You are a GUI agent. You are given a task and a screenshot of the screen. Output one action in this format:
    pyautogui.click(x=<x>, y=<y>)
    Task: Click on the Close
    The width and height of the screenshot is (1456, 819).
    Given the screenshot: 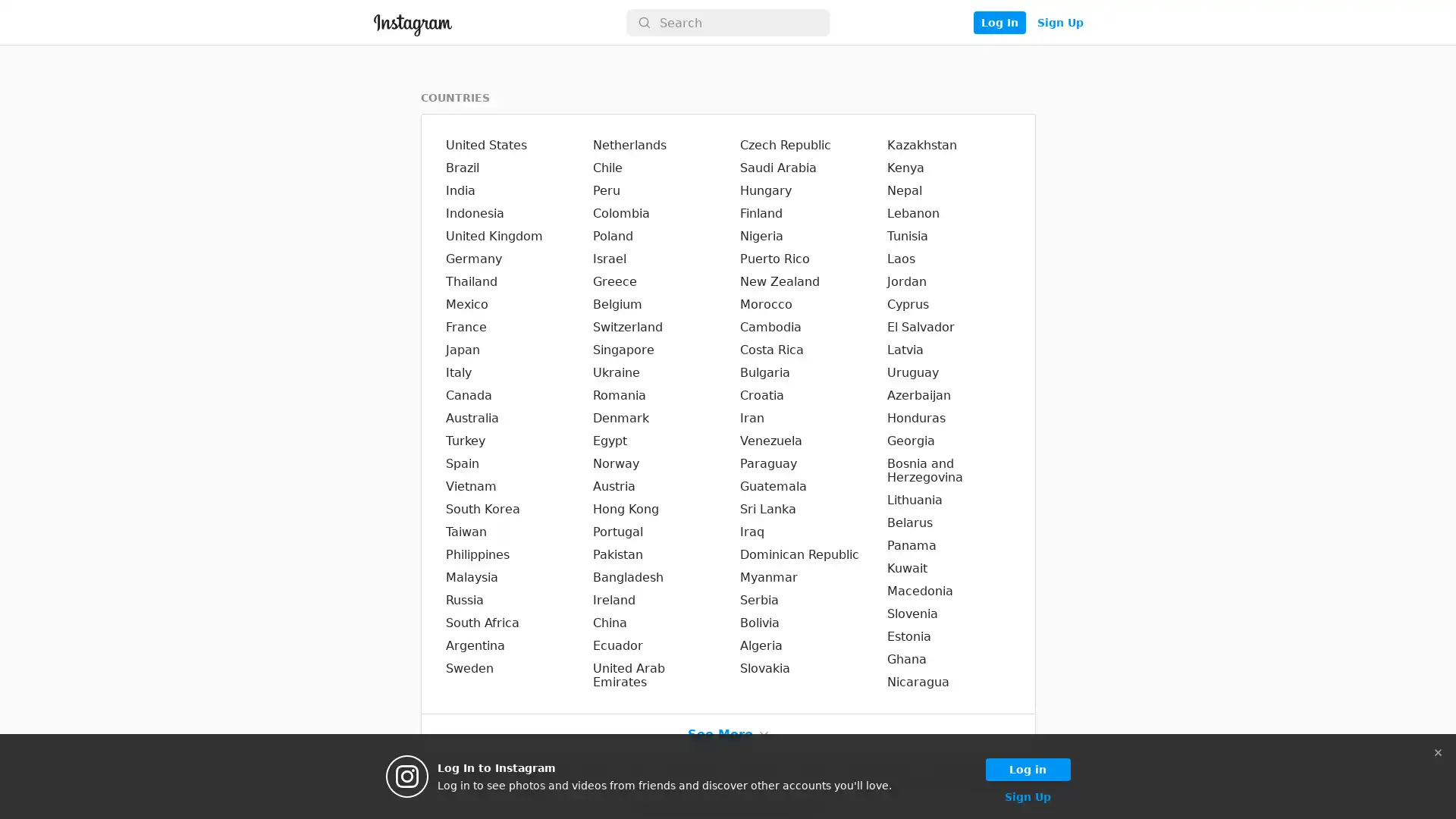 What is the action you would take?
    pyautogui.click(x=1437, y=752)
    